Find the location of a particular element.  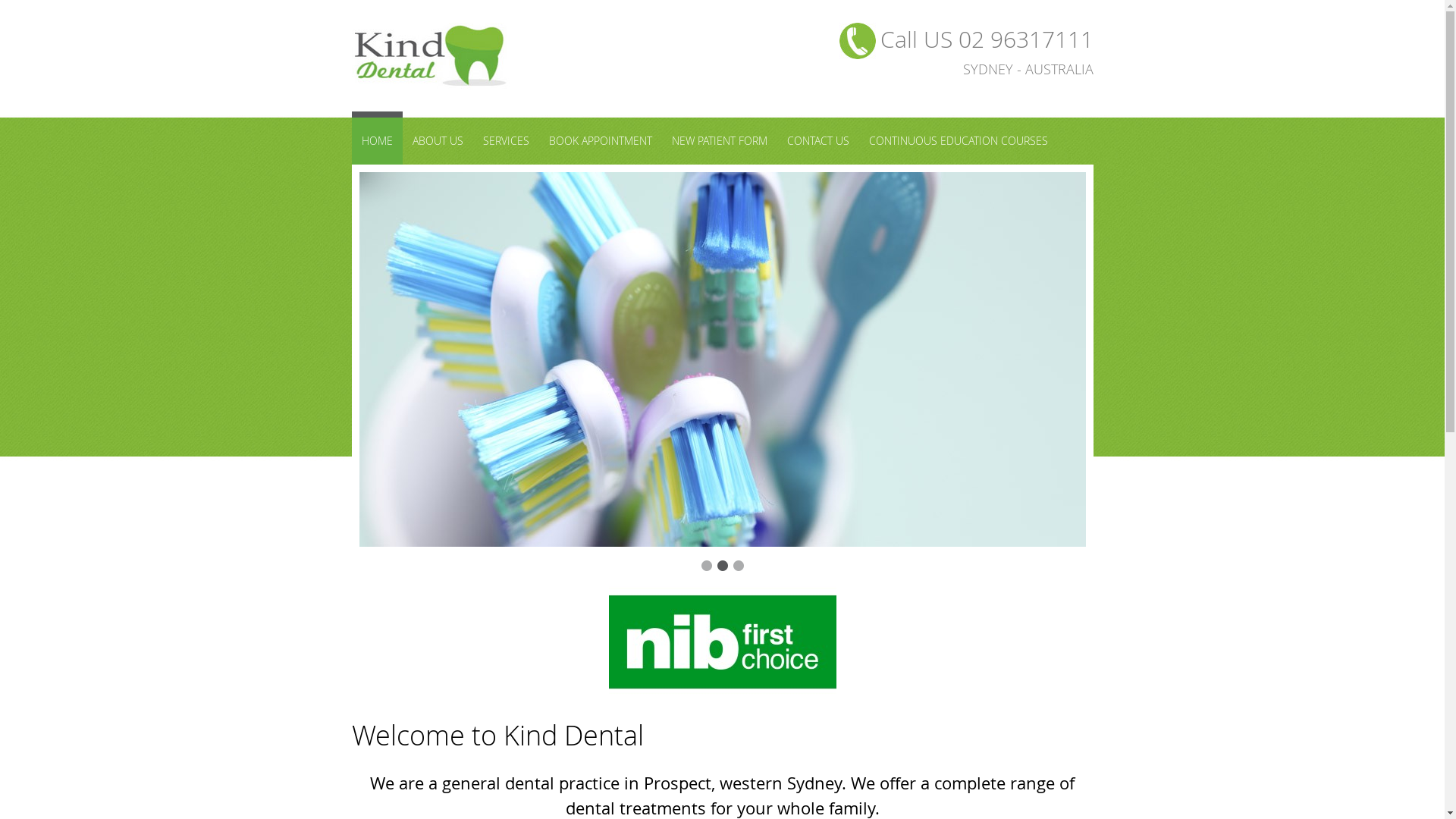

'BOOK APPOINTMENT' is located at coordinates (599, 140).